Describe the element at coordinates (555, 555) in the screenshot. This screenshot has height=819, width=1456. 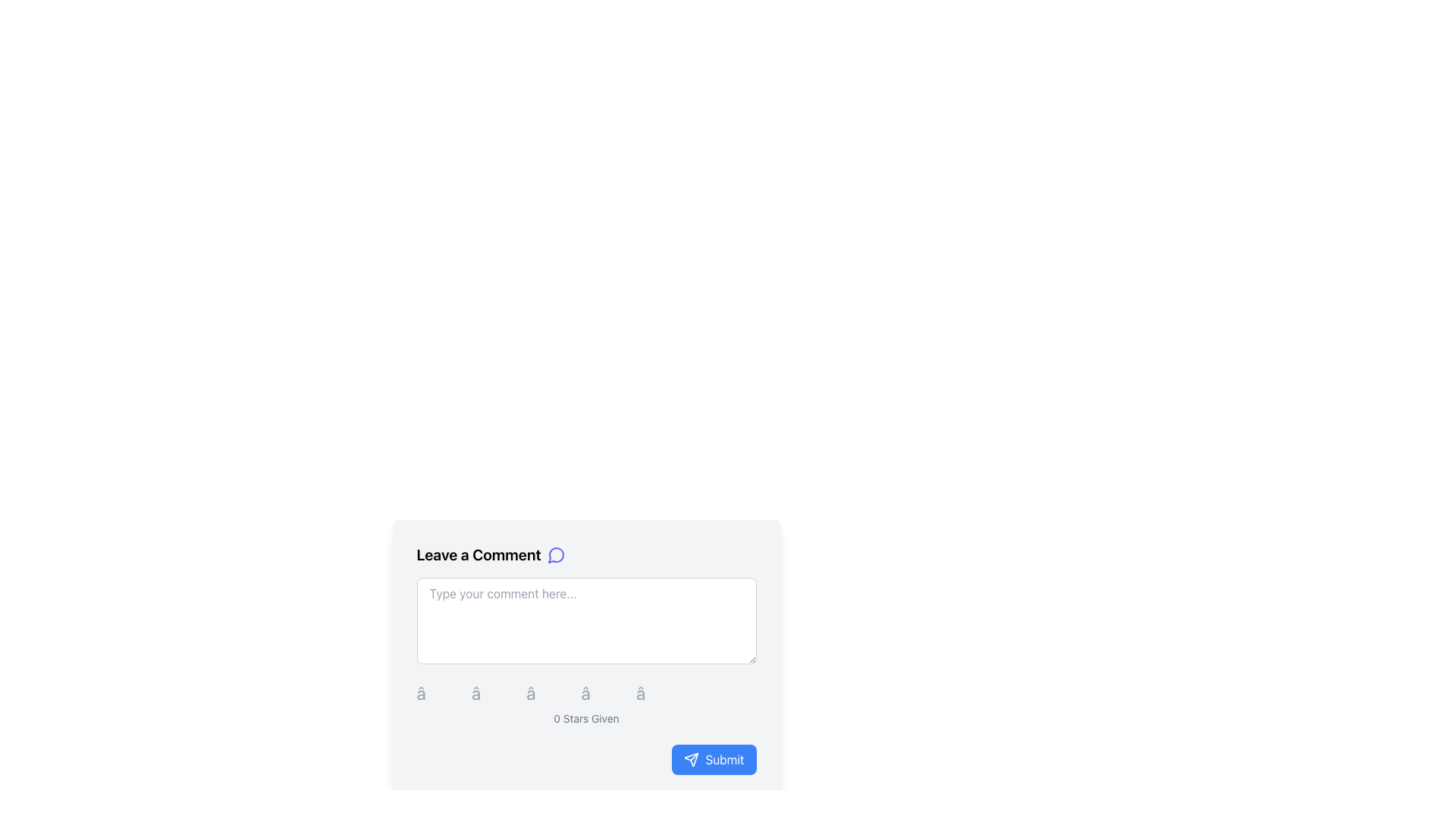
I see `the circular indigo speech bubble icon located immediately after the 'Leave a Comment' text in the header section` at that location.